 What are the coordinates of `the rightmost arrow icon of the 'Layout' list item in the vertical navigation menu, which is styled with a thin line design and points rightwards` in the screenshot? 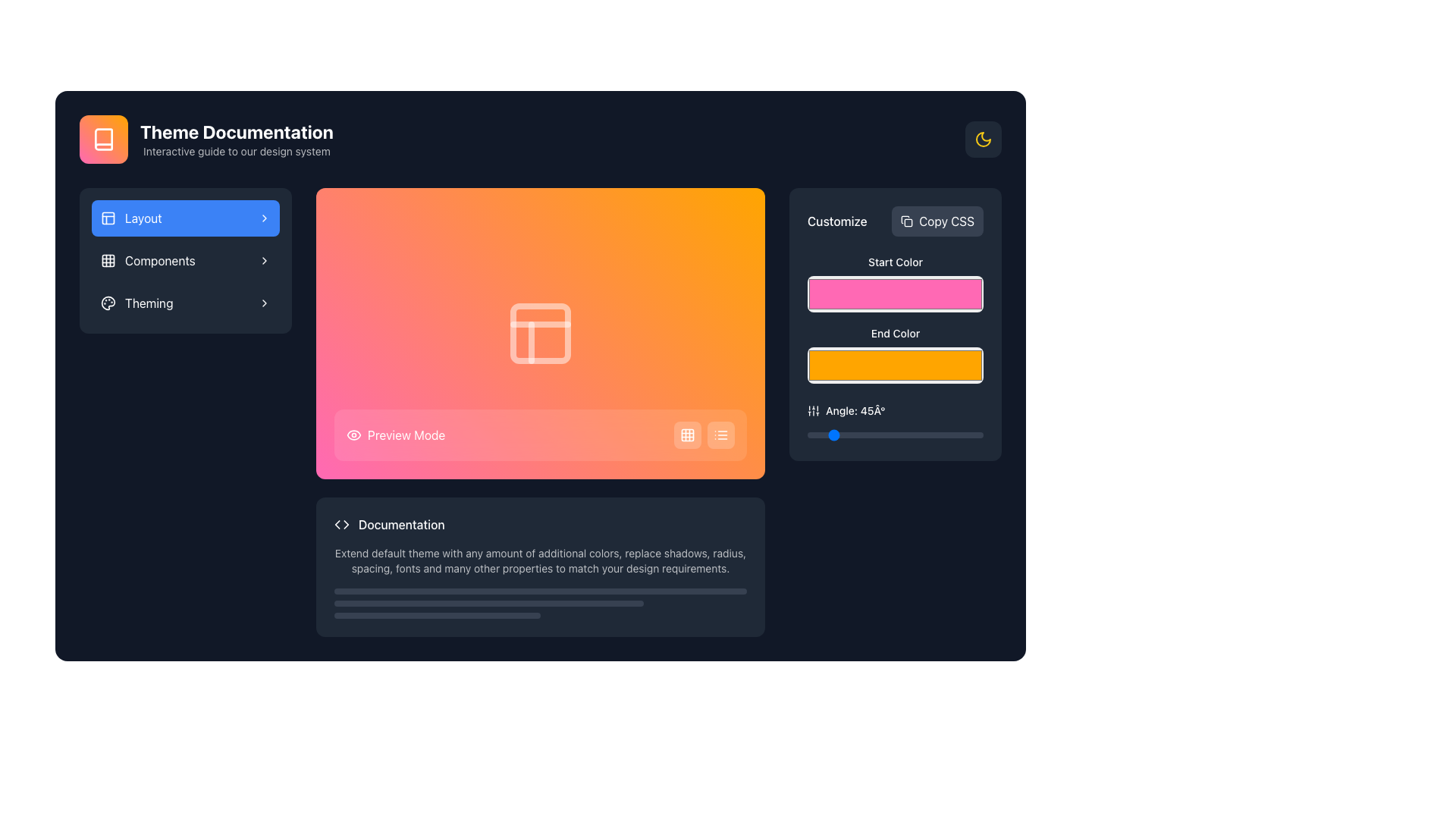 It's located at (265, 218).